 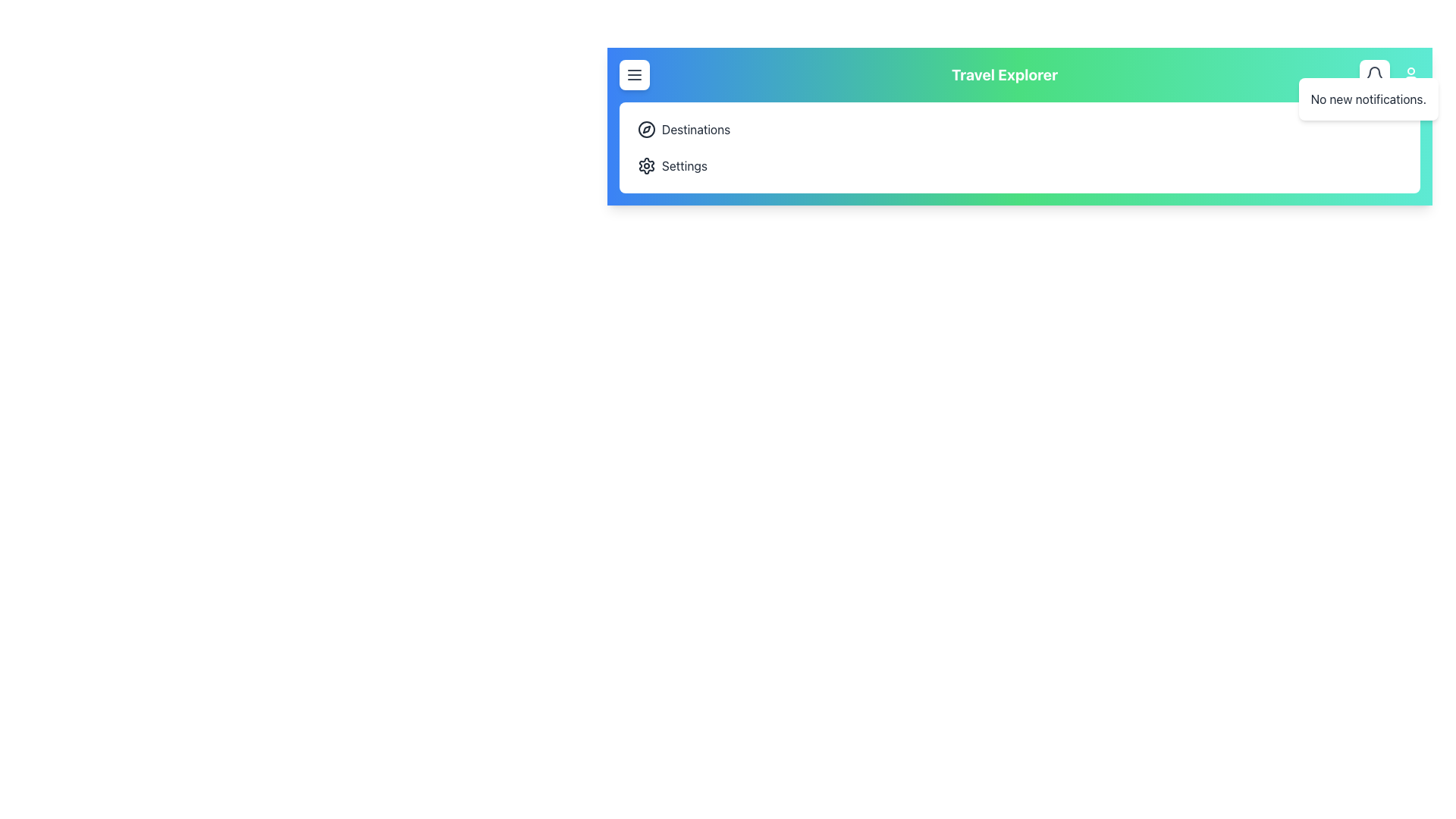 What do you see at coordinates (1368, 99) in the screenshot?
I see `notification text label indicating that there are currently no new notifications, located in the top section of the interface near the user profile icon` at bounding box center [1368, 99].